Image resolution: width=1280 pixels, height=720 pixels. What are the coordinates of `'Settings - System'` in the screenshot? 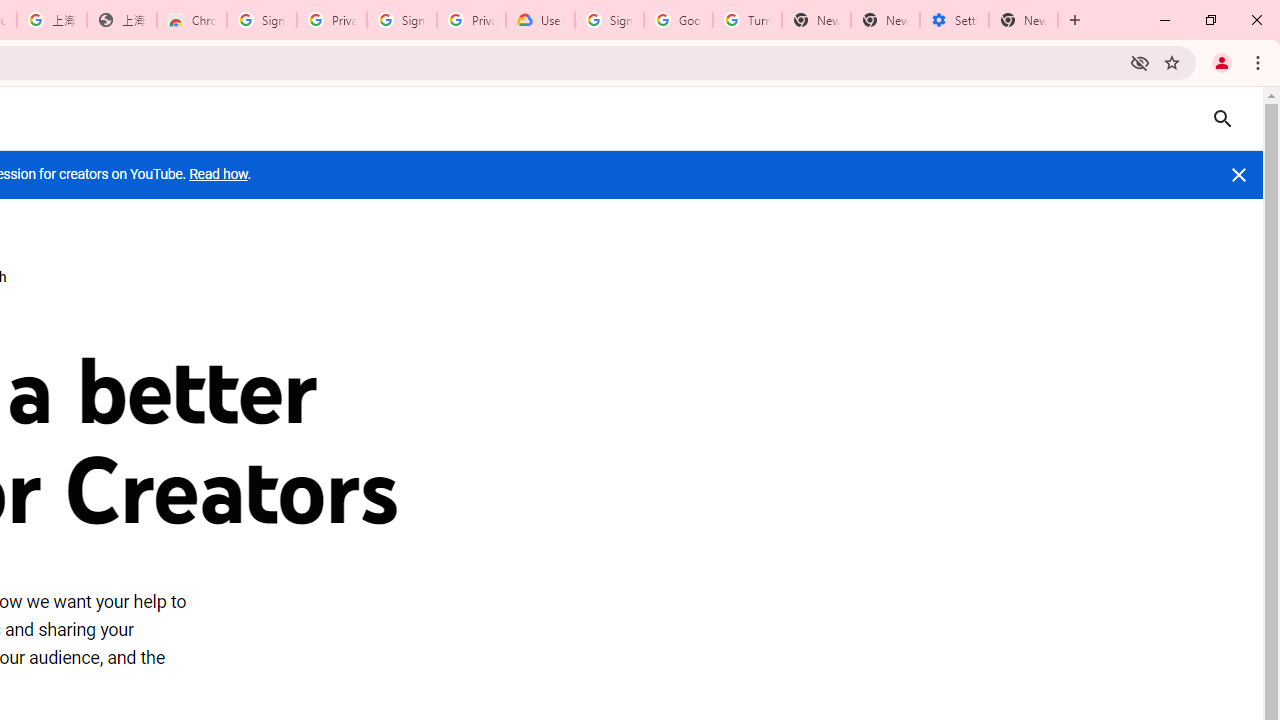 It's located at (953, 20).